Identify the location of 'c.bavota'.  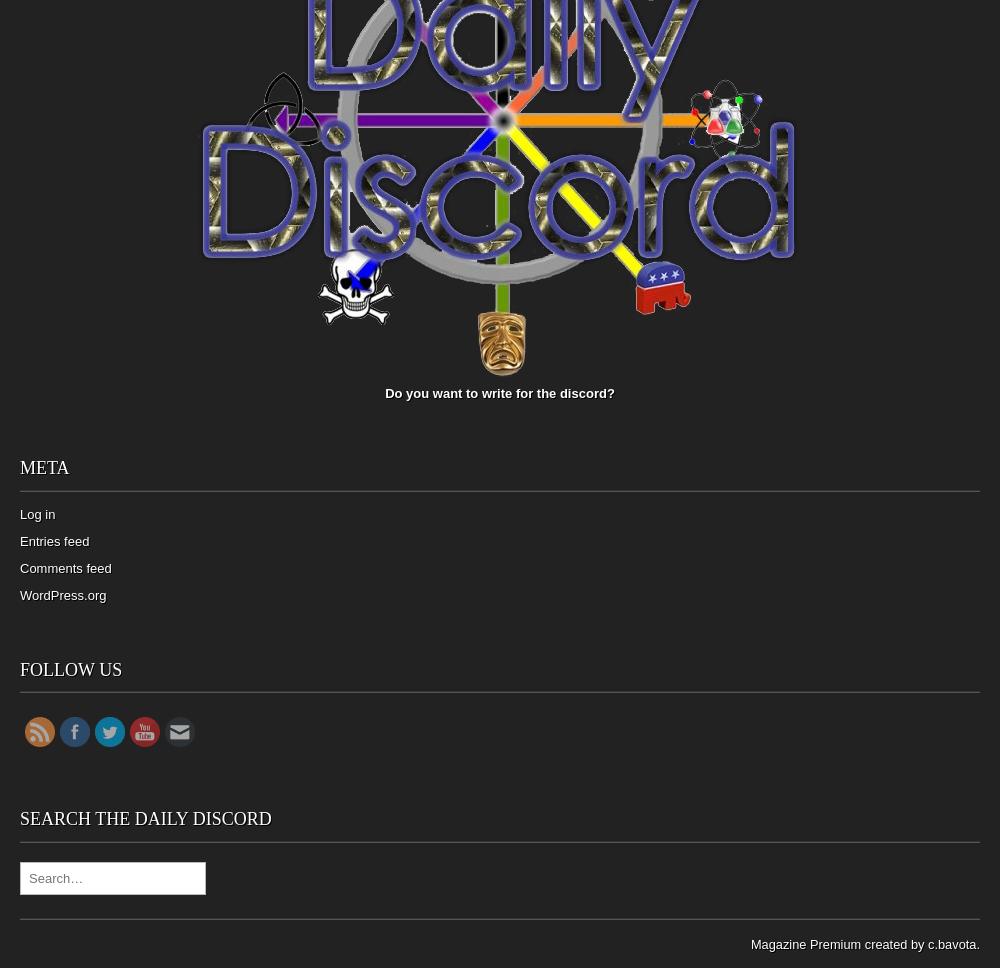
(951, 942).